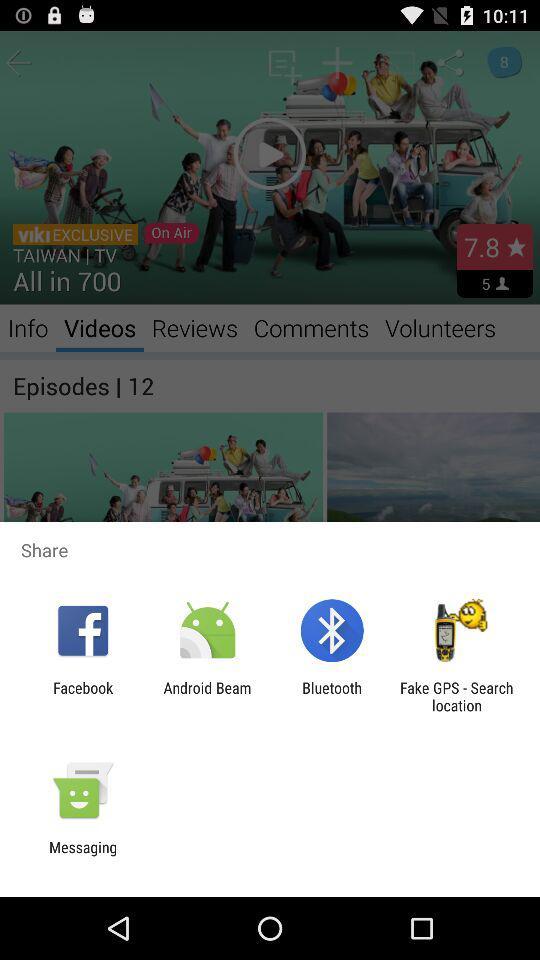 The height and width of the screenshot is (960, 540). I want to click on the bluetooth app, so click(332, 696).